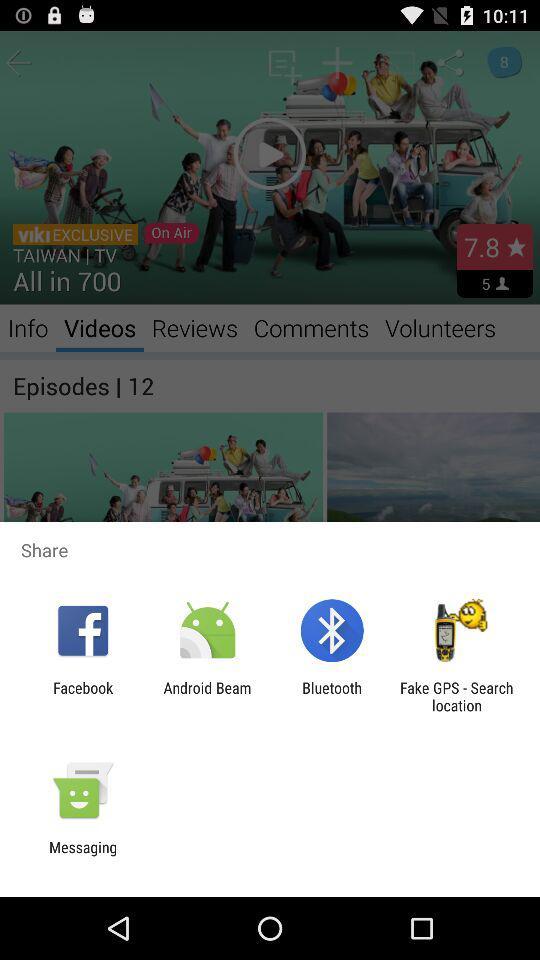 The height and width of the screenshot is (960, 540). I want to click on the bluetooth app, so click(332, 696).